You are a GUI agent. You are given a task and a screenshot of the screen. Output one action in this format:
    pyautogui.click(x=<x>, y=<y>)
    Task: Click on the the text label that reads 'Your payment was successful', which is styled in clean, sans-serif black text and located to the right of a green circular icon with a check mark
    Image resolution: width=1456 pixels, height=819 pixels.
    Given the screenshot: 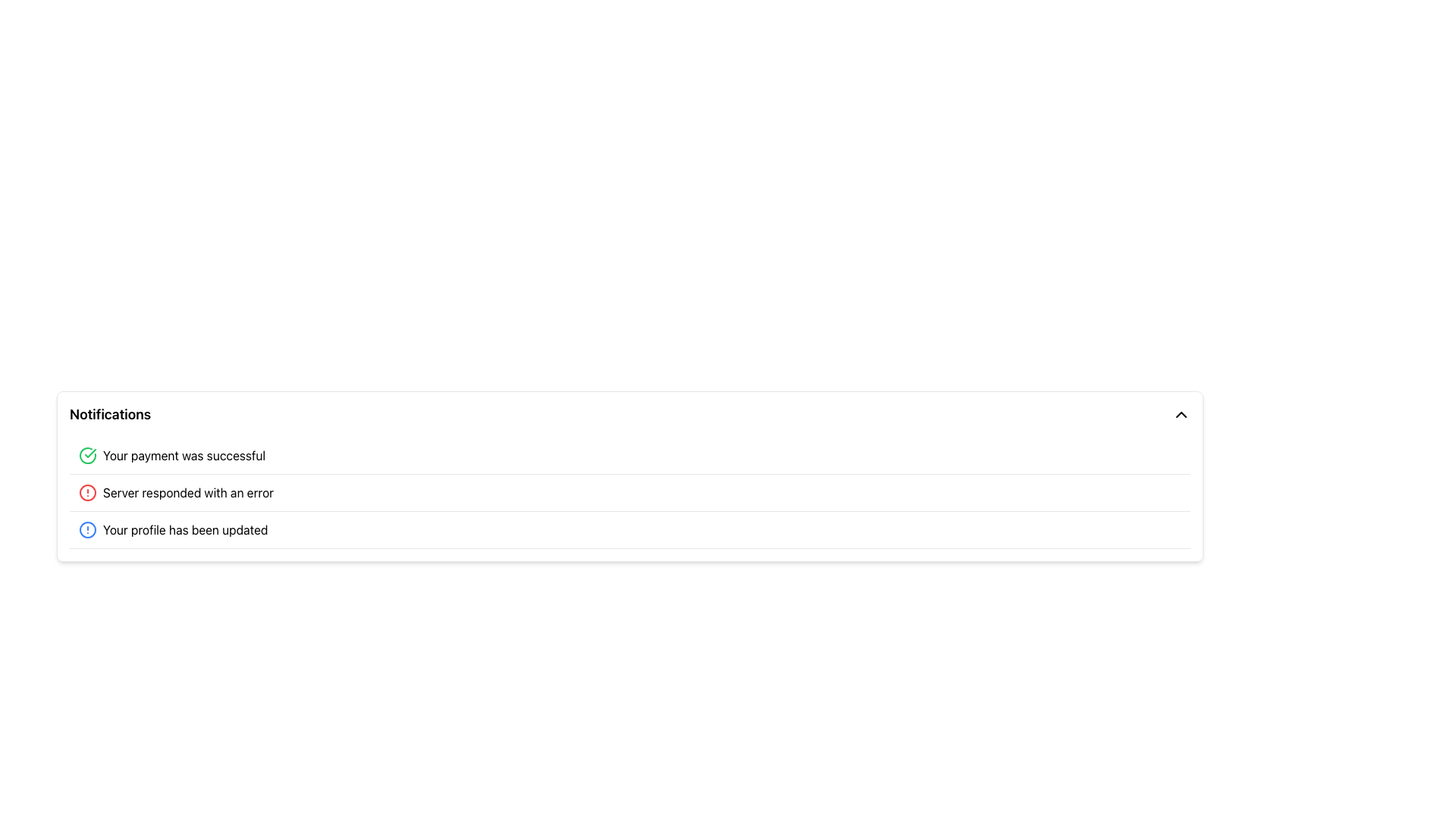 What is the action you would take?
    pyautogui.click(x=184, y=455)
    